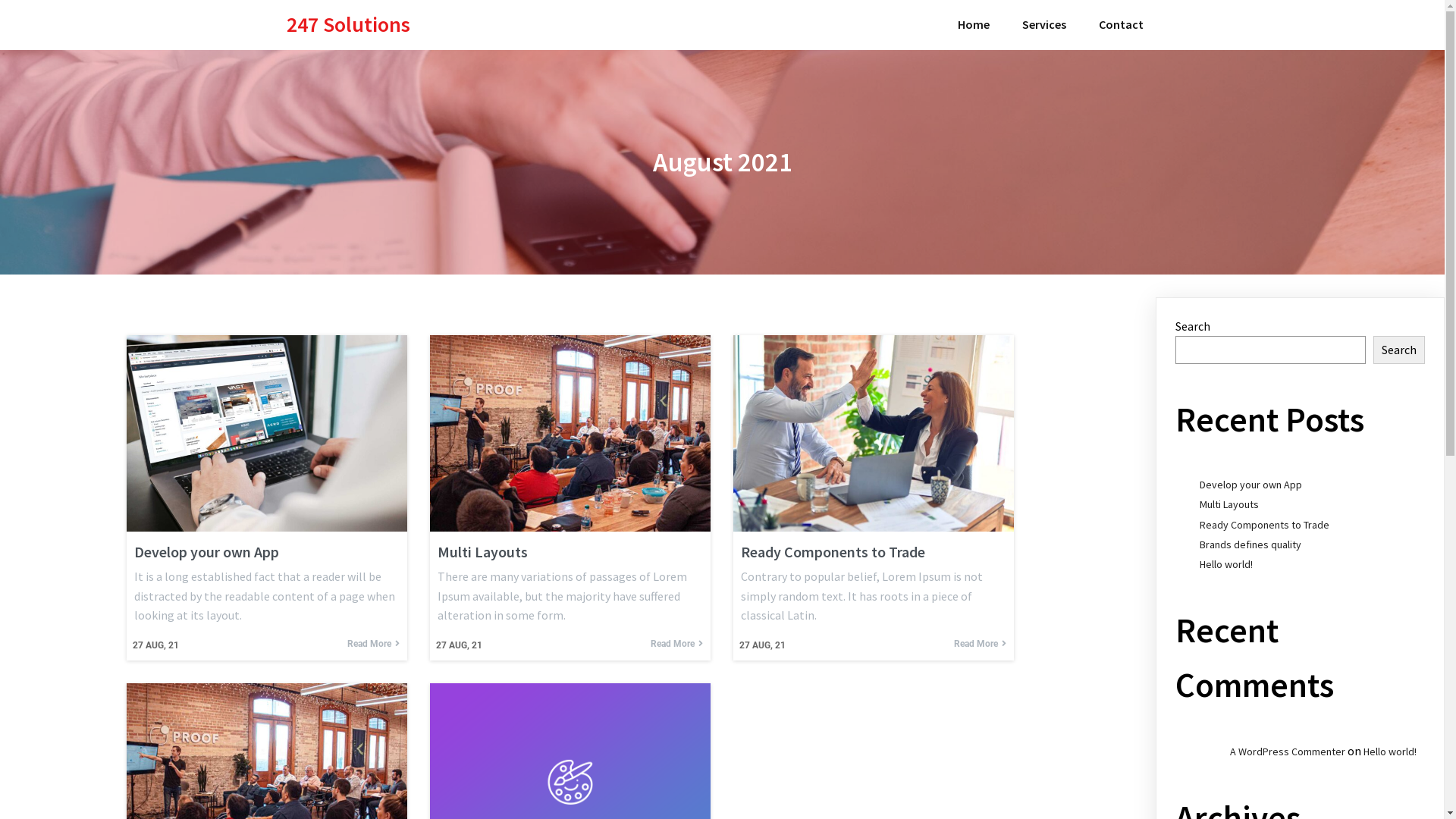 The image size is (1456, 819). Describe the element at coordinates (412, 24) in the screenshot. I see `'247 Solutions'` at that location.